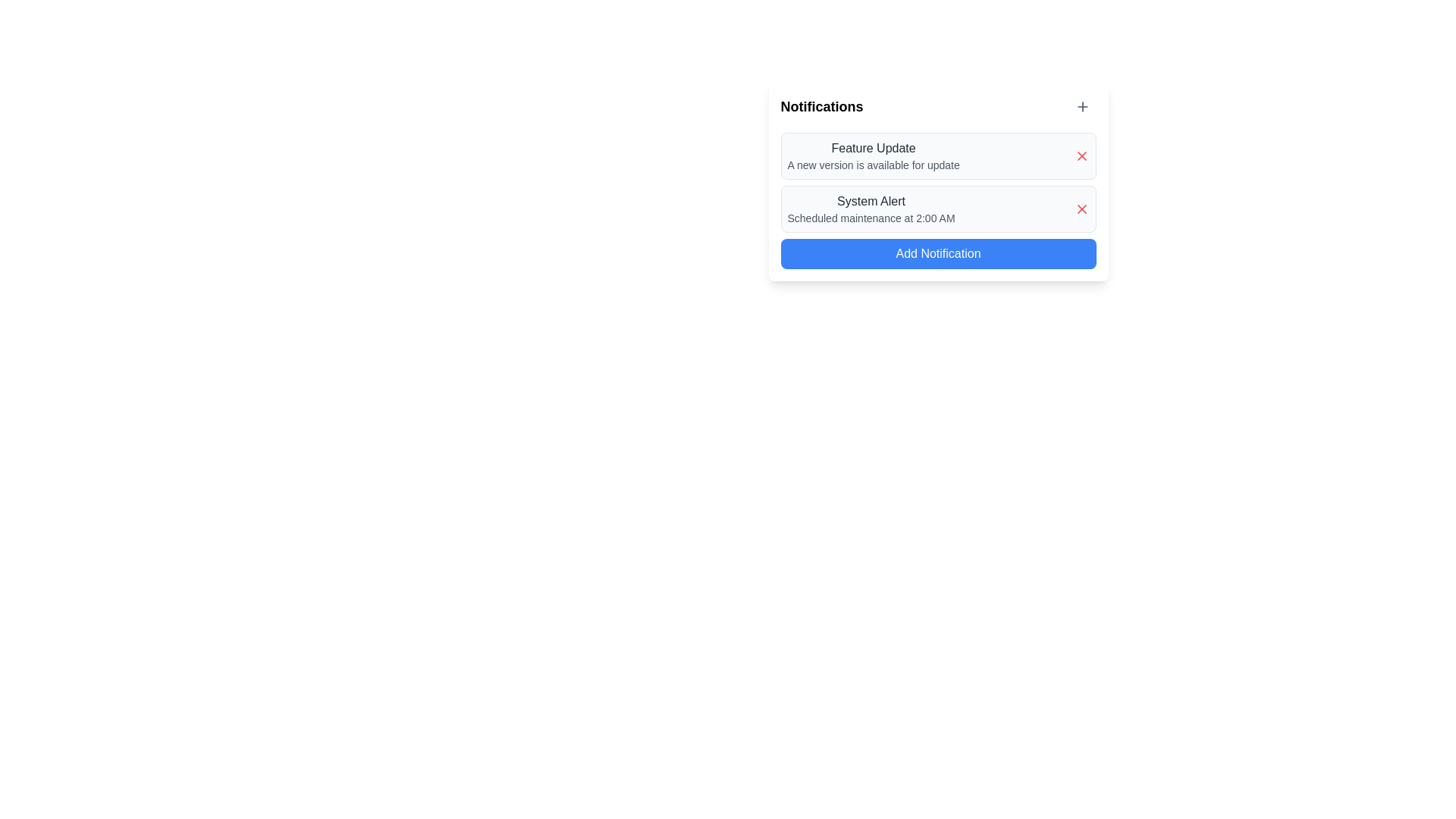 This screenshot has height=819, width=1456. Describe the element at coordinates (1081, 155) in the screenshot. I see `the dismiss button located at the far-right end of the 'Feature Update' notification card` at that location.